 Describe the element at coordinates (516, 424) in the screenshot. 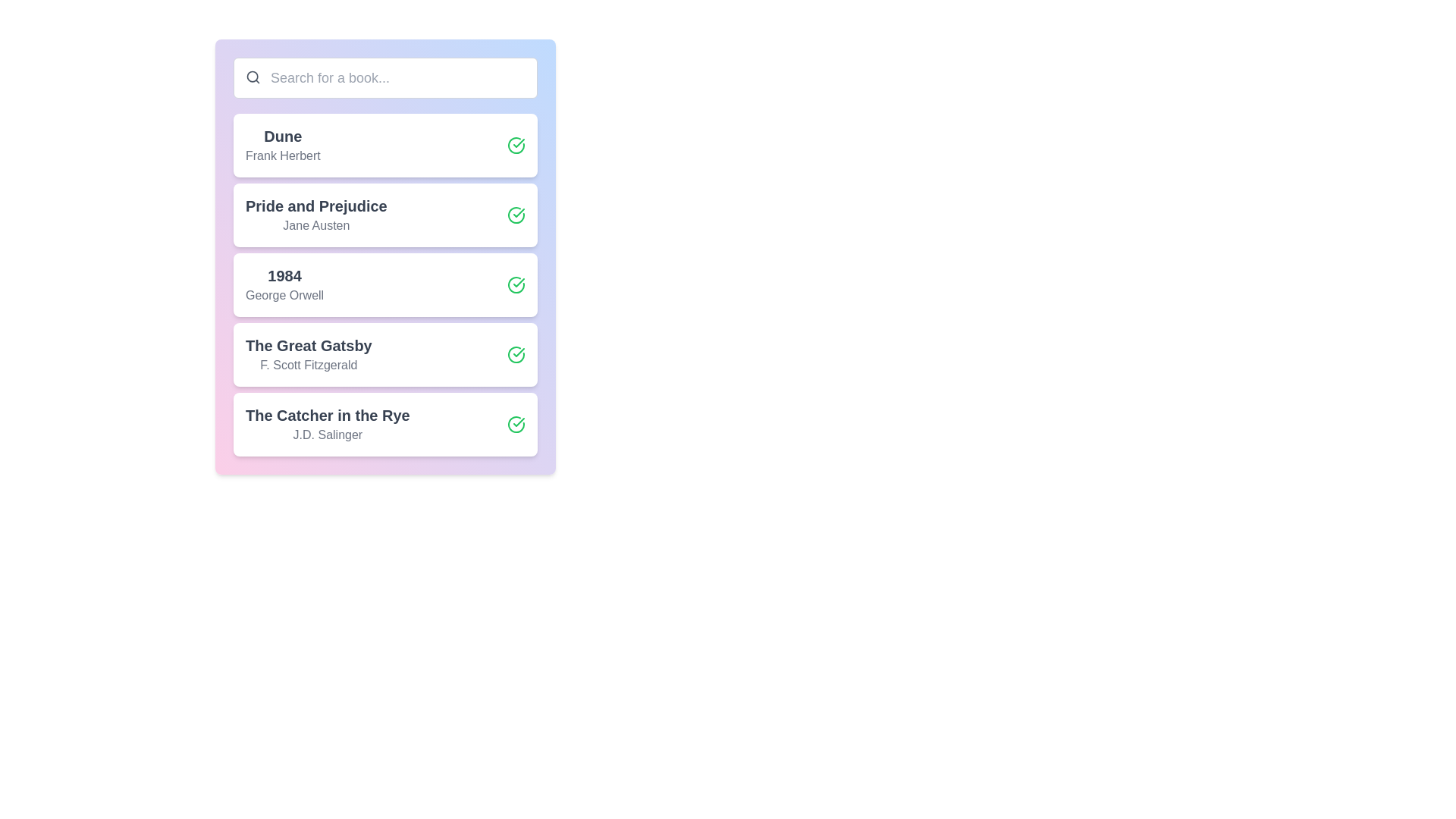

I see `the status indicator for 'The Catcher in the Rye', which indicates its selected or completed status, located to the right of the fifth list item` at that location.